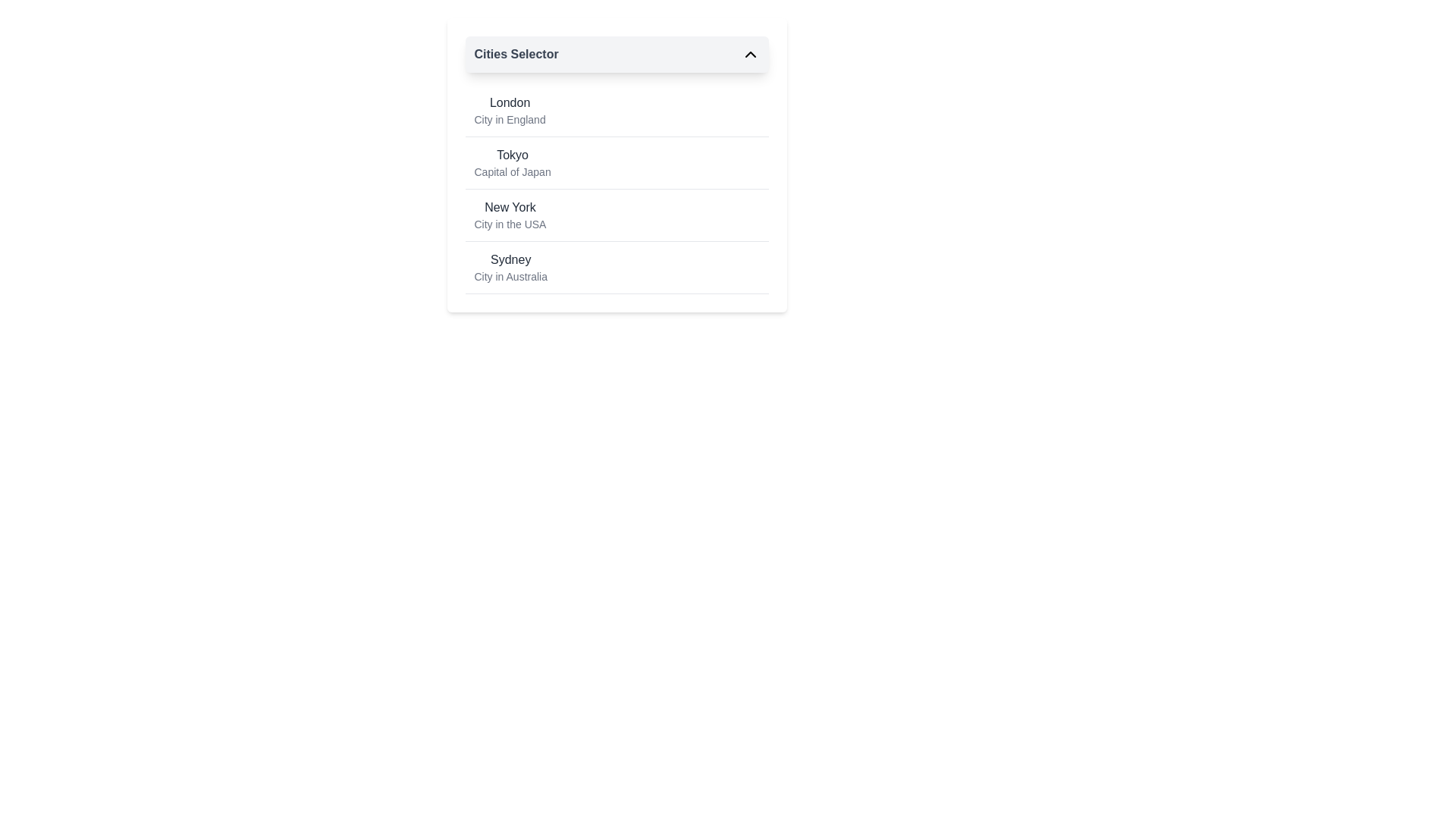 The image size is (1456, 819). Describe the element at coordinates (617, 267) in the screenshot. I see `the list item representing the city 'Sydney' with the description 'City in Australia'` at that location.